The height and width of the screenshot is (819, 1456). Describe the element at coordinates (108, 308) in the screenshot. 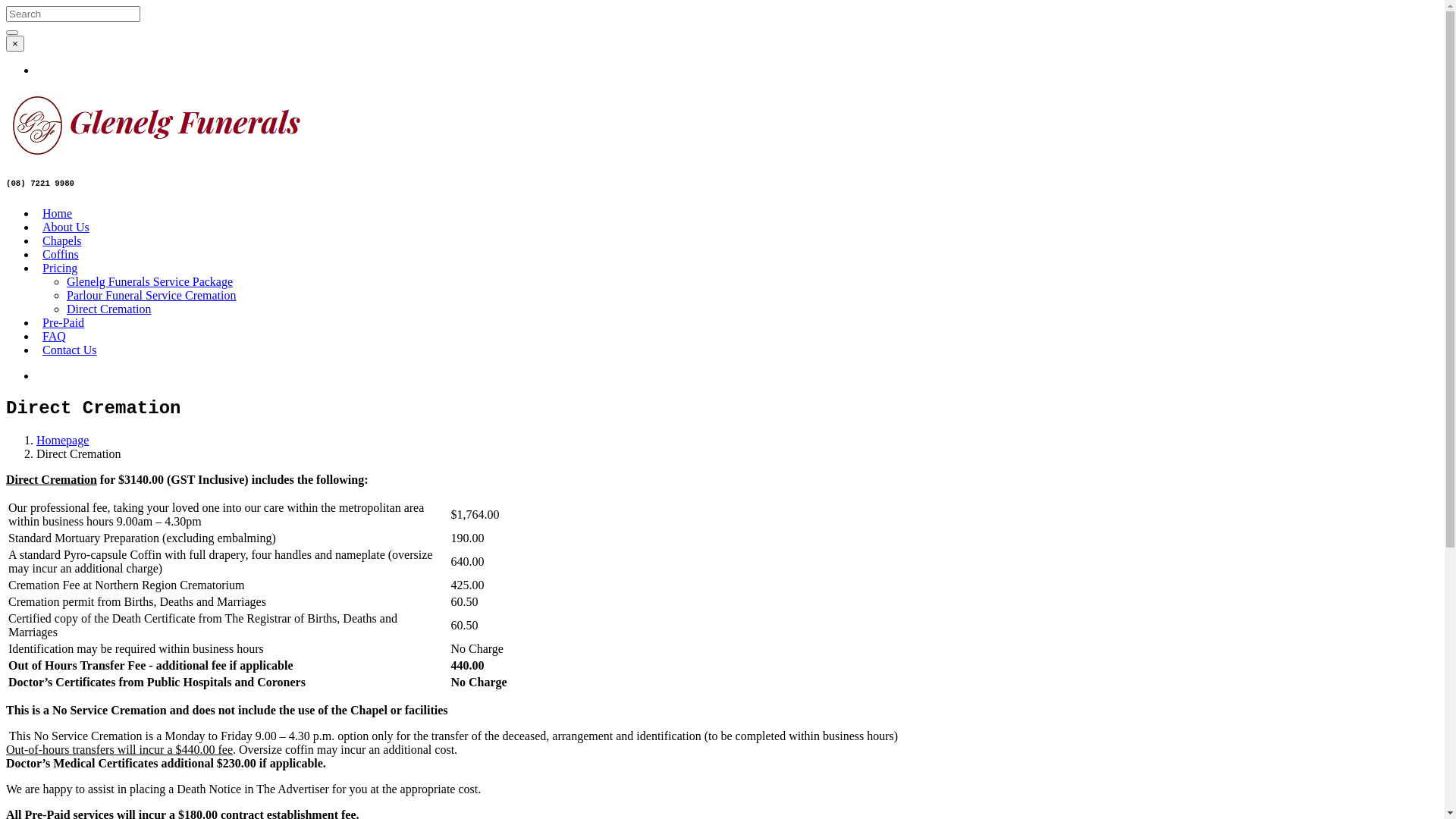

I see `'Direct Cremation'` at that location.